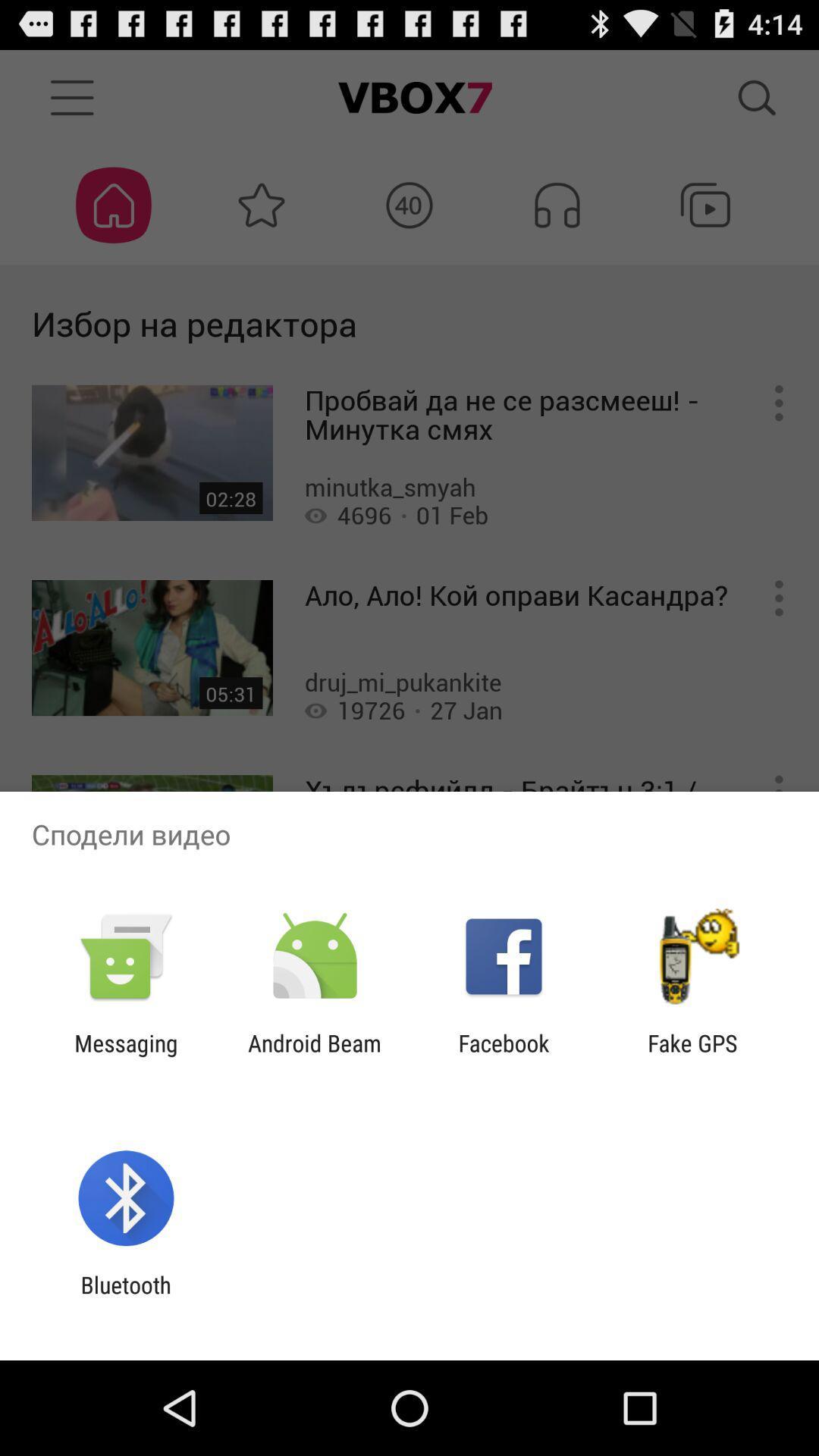 The height and width of the screenshot is (1456, 819). What do you see at coordinates (504, 1056) in the screenshot?
I see `icon next to the android beam icon` at bounding box center [504, 1056].